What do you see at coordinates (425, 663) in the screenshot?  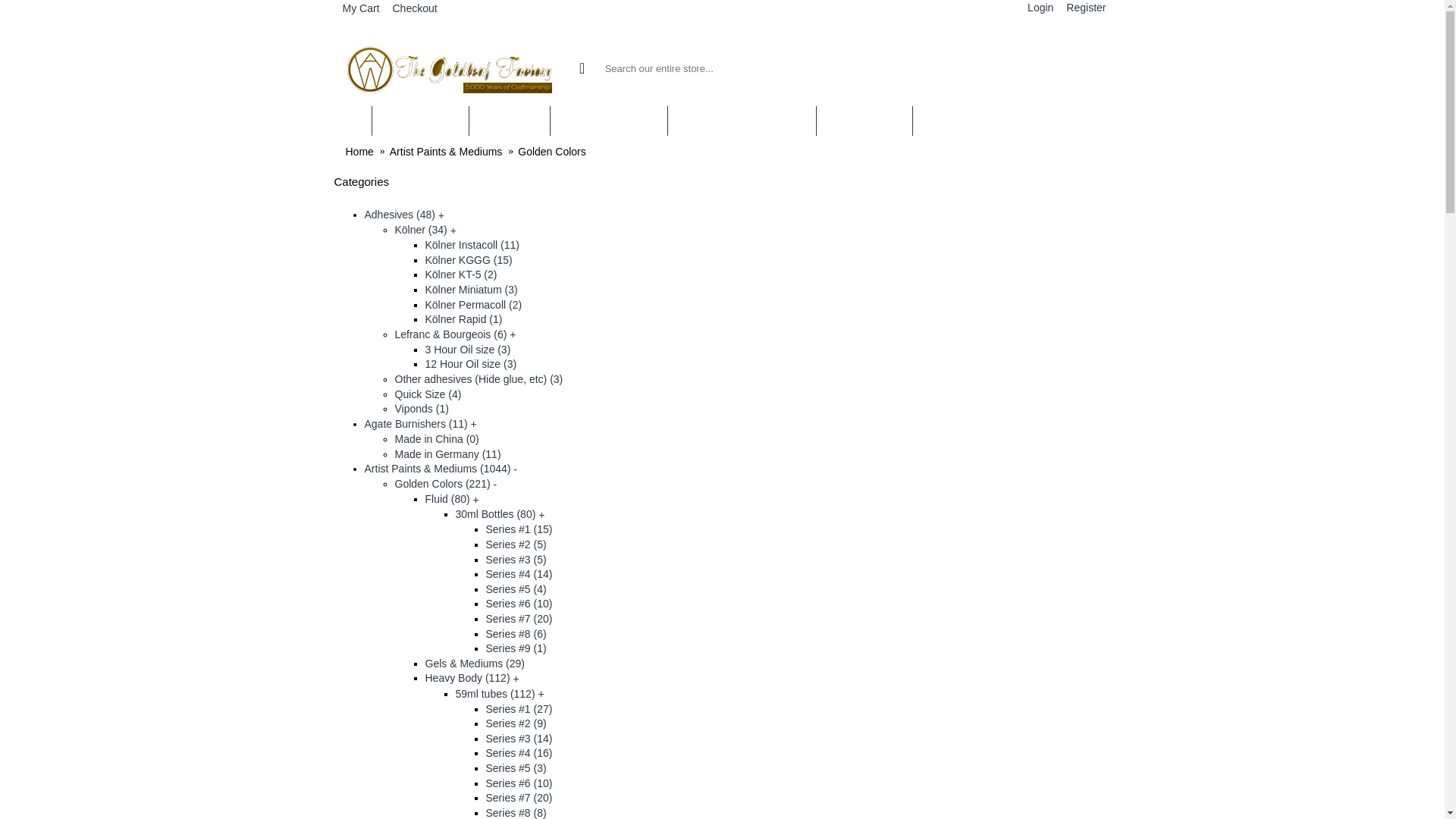 I see `'Gels & Mediums (29)'` at bounding box center [425, 663].